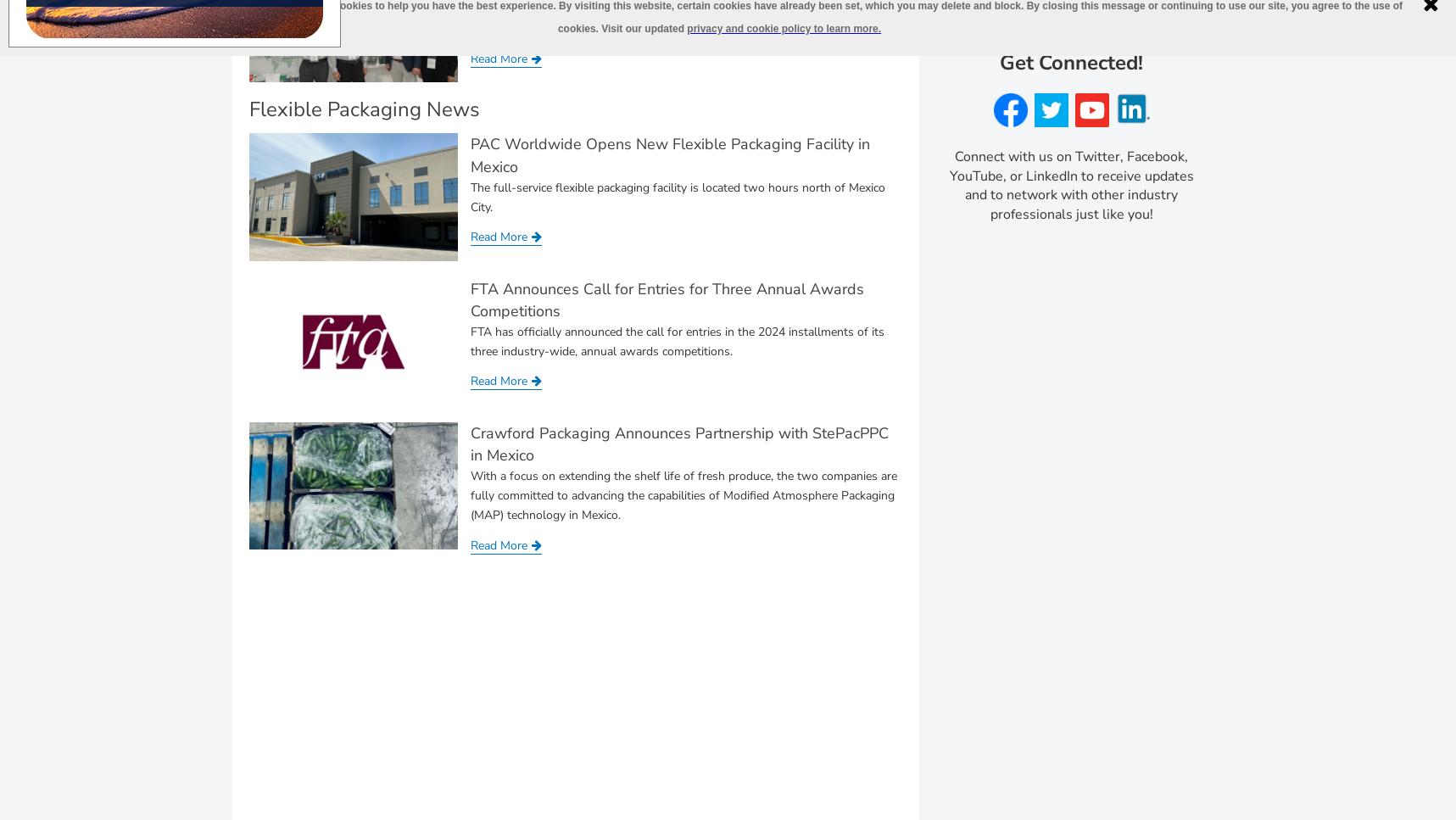 Image resolution: width=1456 pixels, height=820 pixels. Describe the element at coordinates (470, 196) in the screenshot. I see `'The full-service flexible packaging facility is located two hours north of Mexico City.'` at that location.